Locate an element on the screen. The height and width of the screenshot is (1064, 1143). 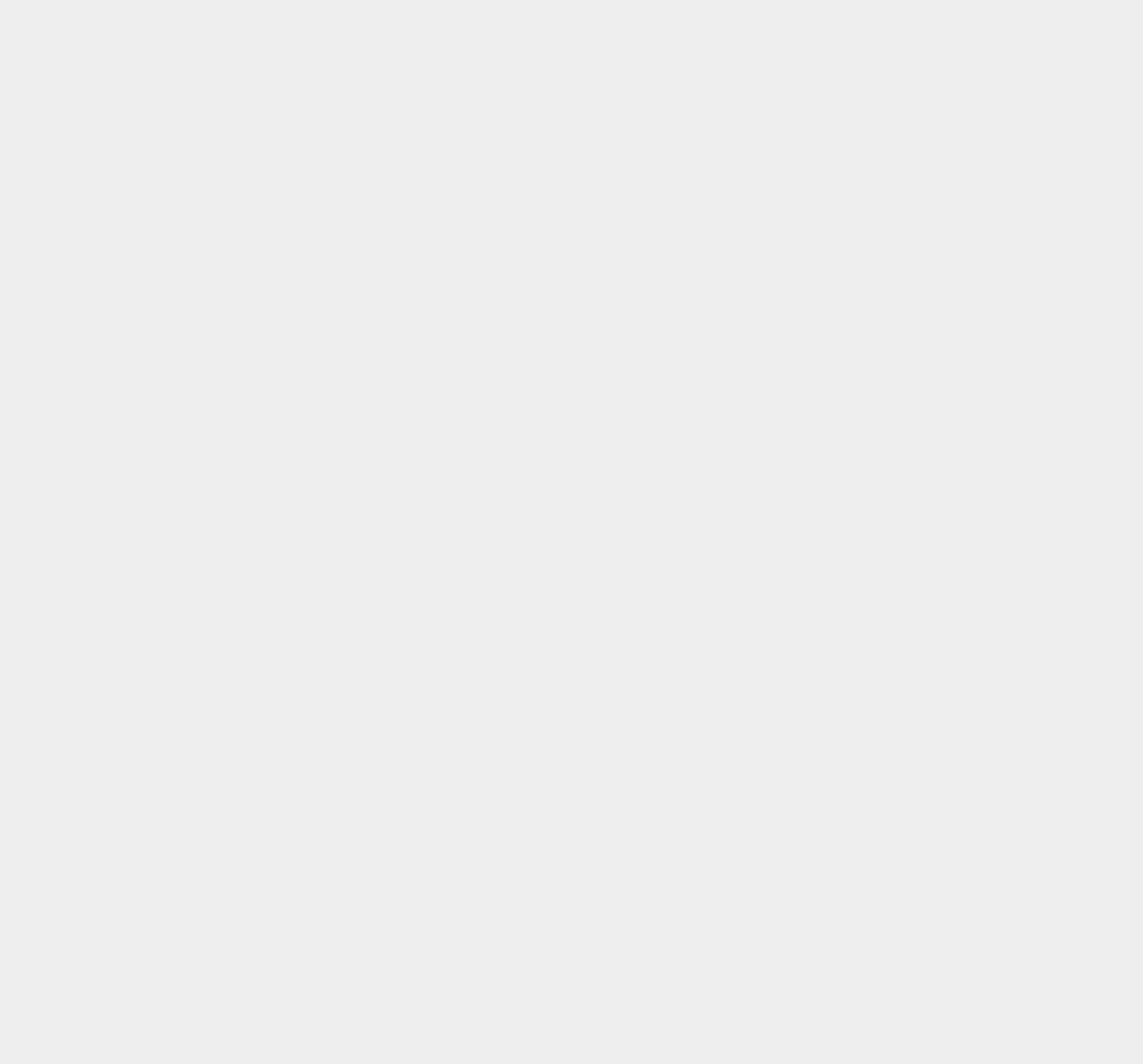
'SMO' is located at coordinates (822, 751).